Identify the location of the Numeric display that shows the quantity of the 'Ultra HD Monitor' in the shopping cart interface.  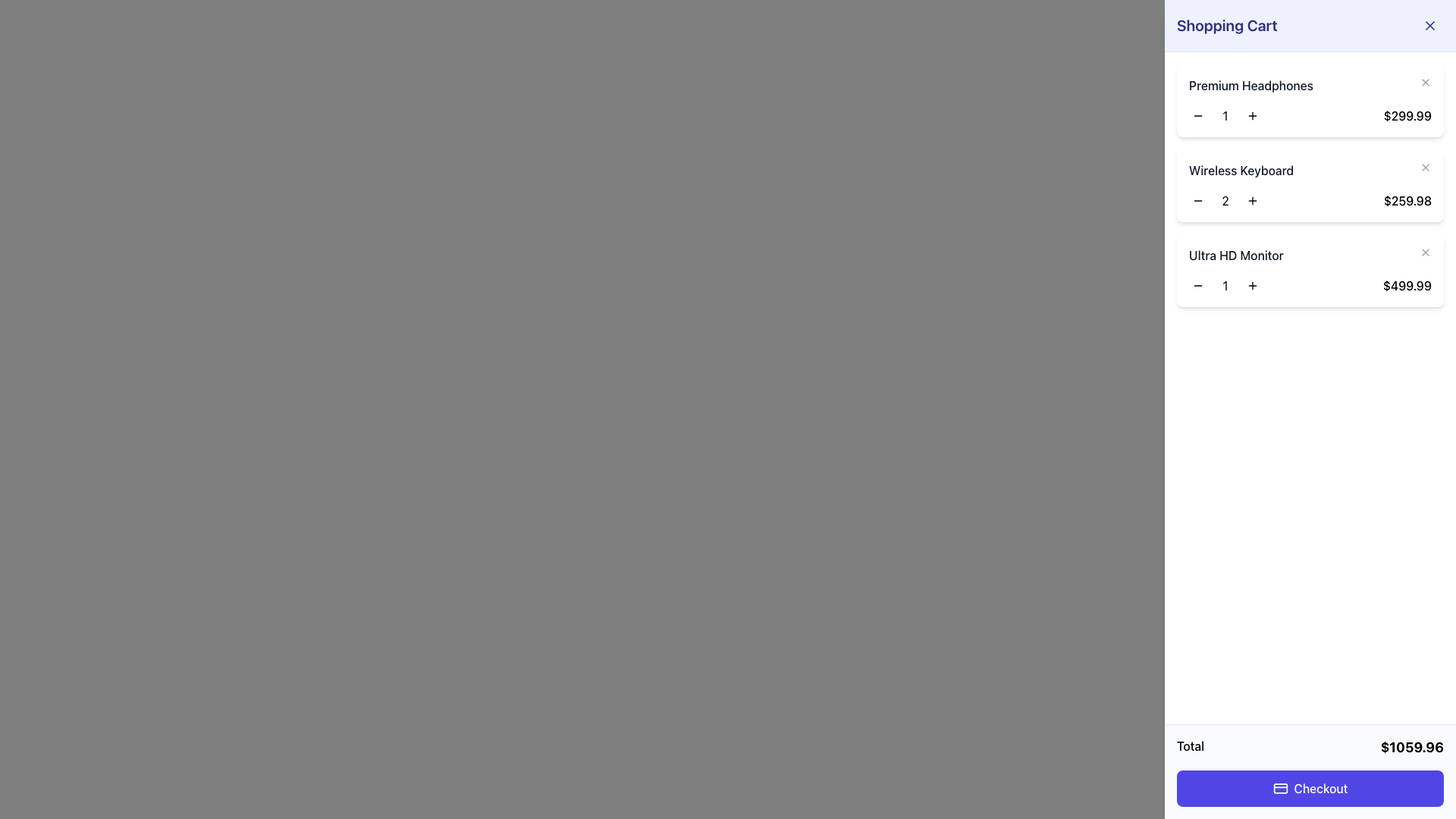
(1225, 286).